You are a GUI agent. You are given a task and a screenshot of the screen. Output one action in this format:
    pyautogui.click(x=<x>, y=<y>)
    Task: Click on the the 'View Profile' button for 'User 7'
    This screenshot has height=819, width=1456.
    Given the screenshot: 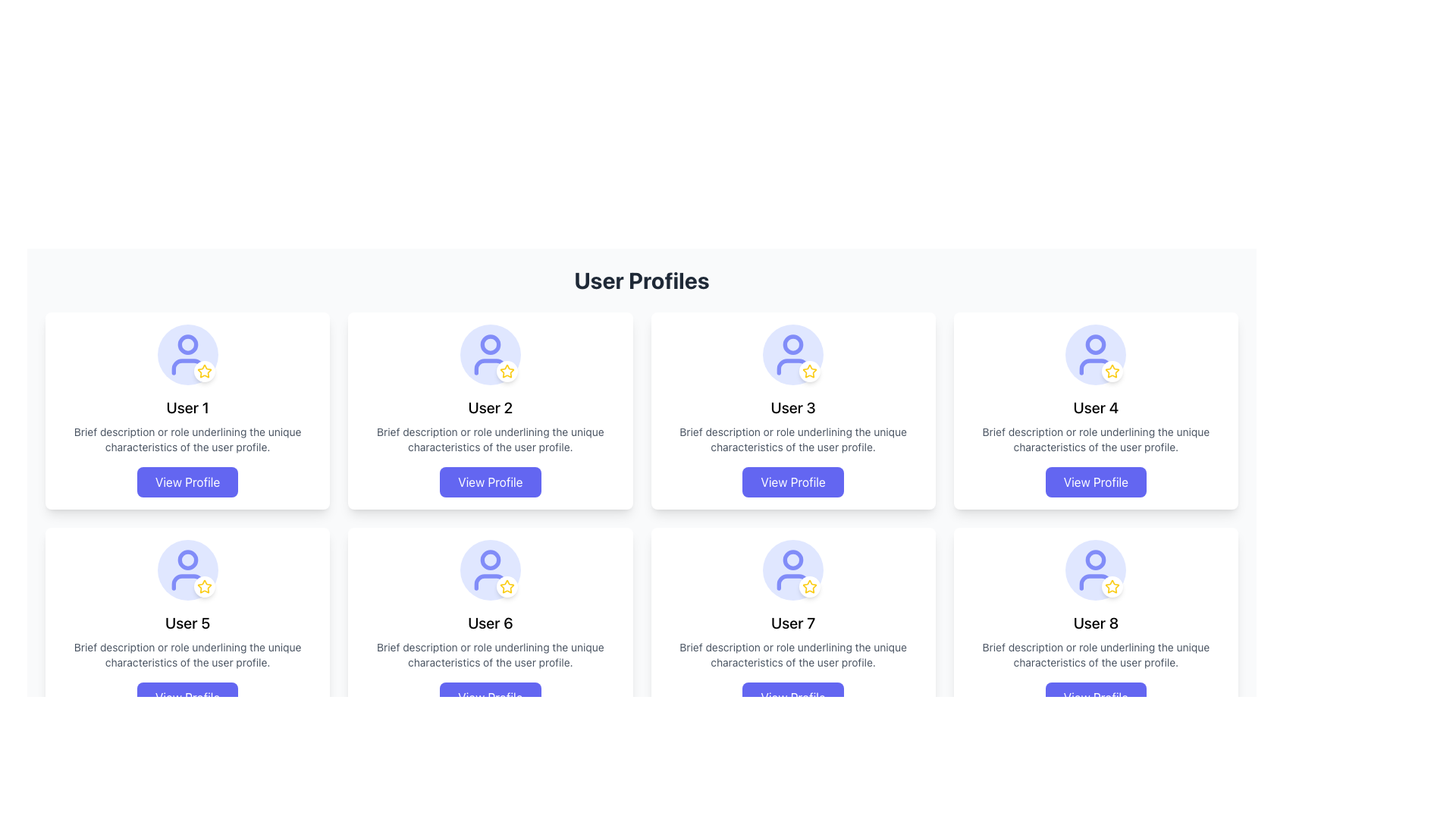 What is the action you would take?
    pyautogui.click(x=792, y=698)
    